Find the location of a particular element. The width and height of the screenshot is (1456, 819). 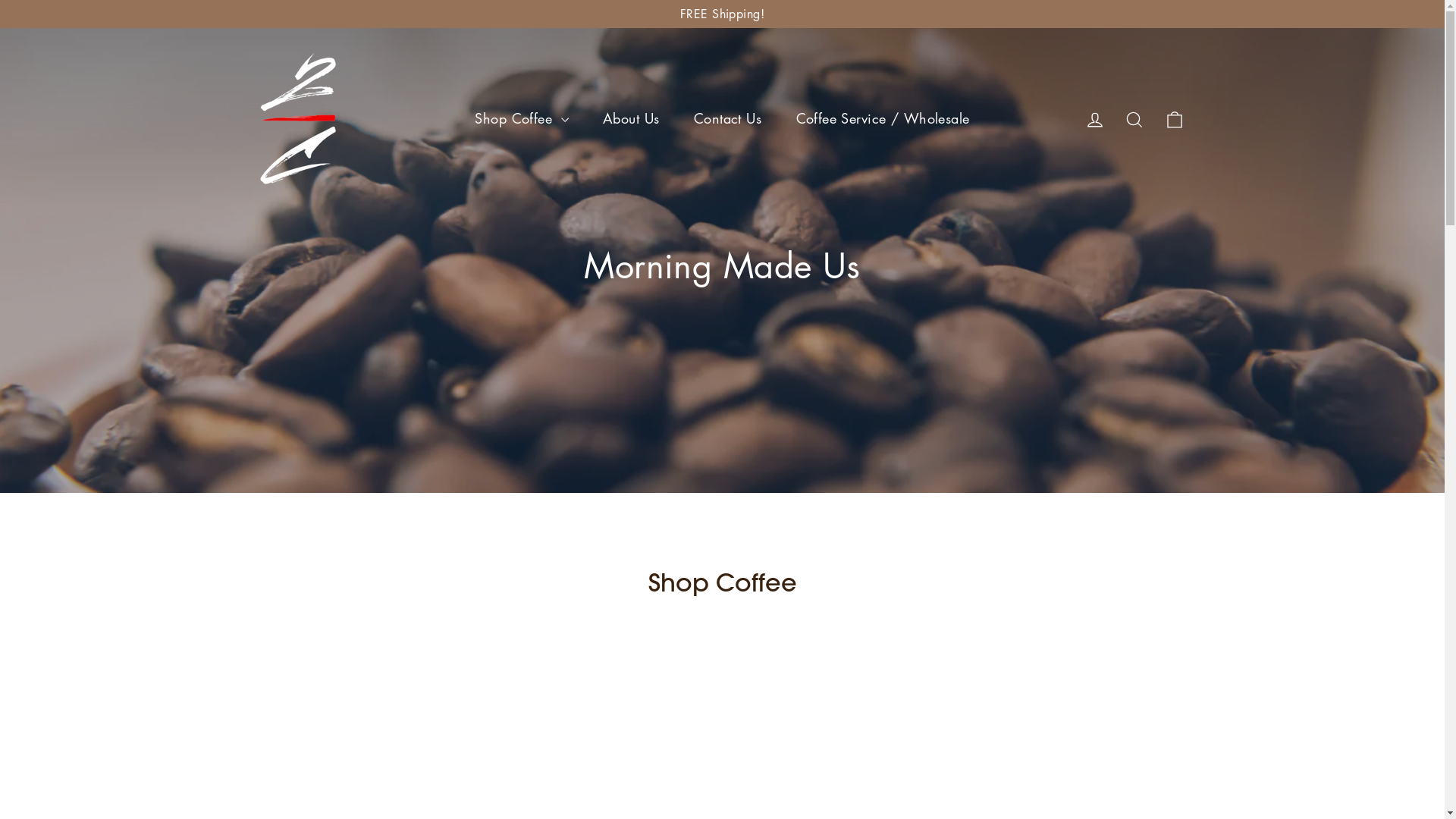

'Coffee Service / Wholesale' is located at coordinates (883, 118).